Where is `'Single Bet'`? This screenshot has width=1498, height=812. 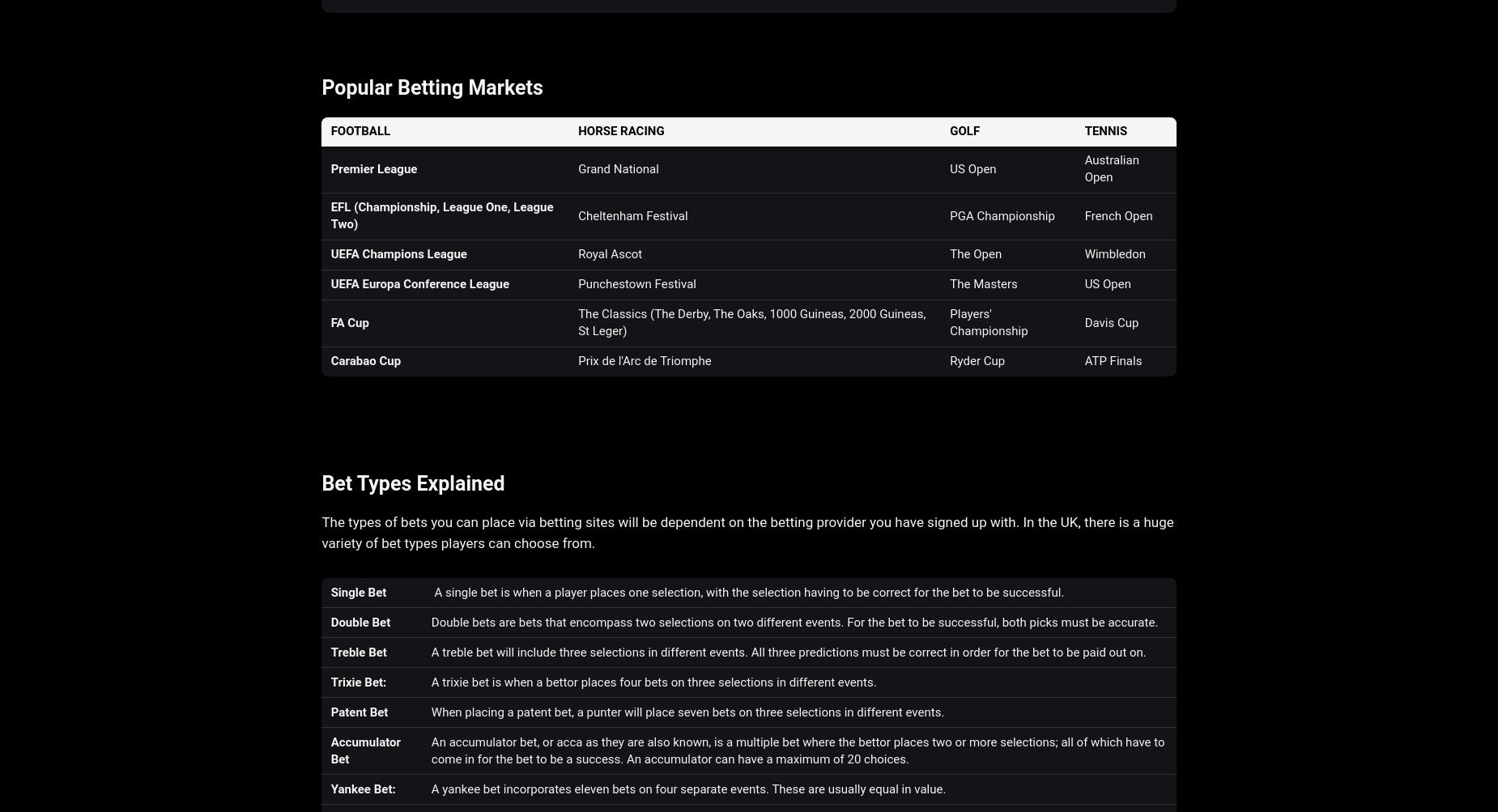 'Single Bet' is located at coordinates (357, 590).